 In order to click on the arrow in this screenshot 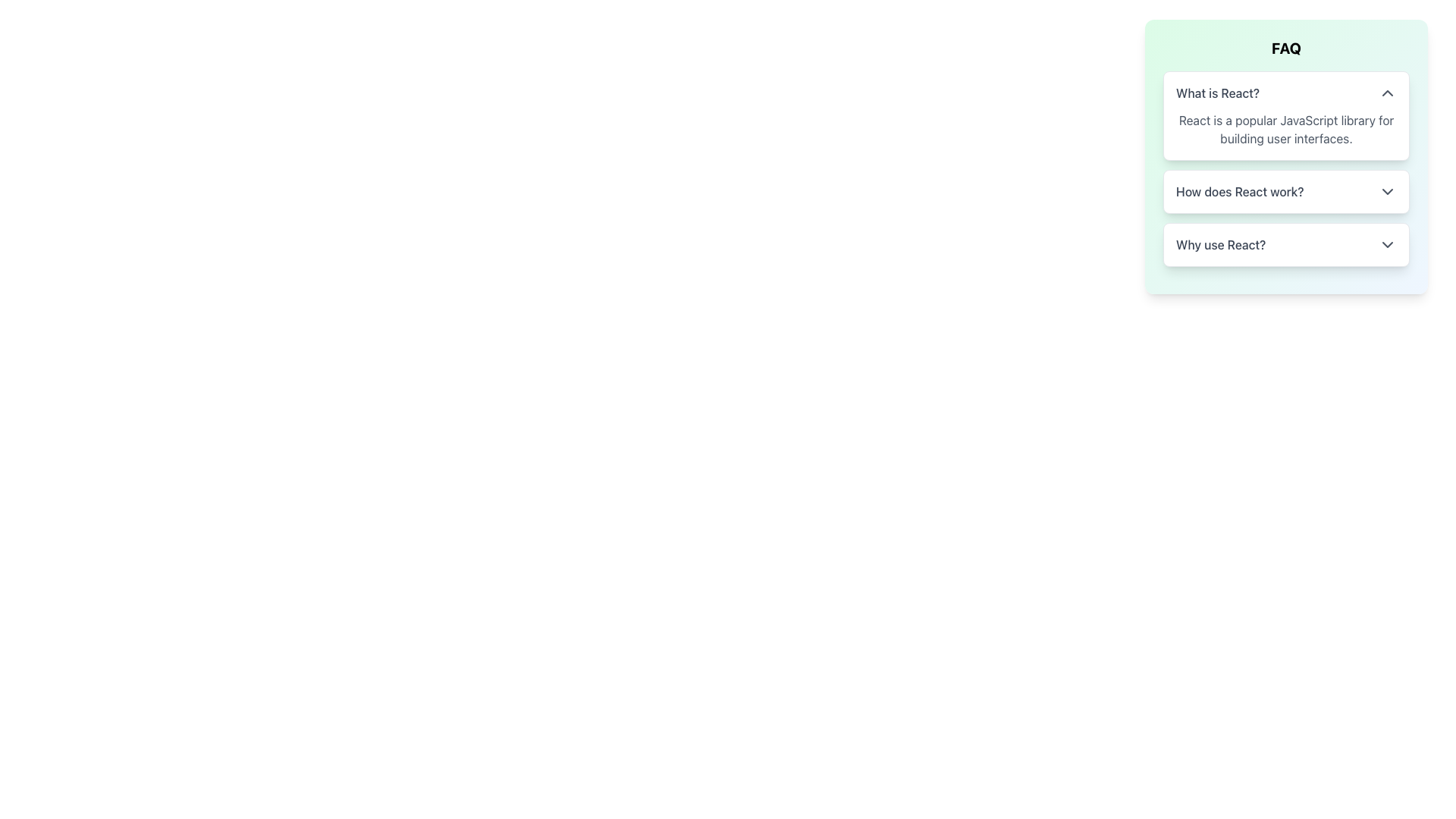, I will do `click(1285, 157)`.